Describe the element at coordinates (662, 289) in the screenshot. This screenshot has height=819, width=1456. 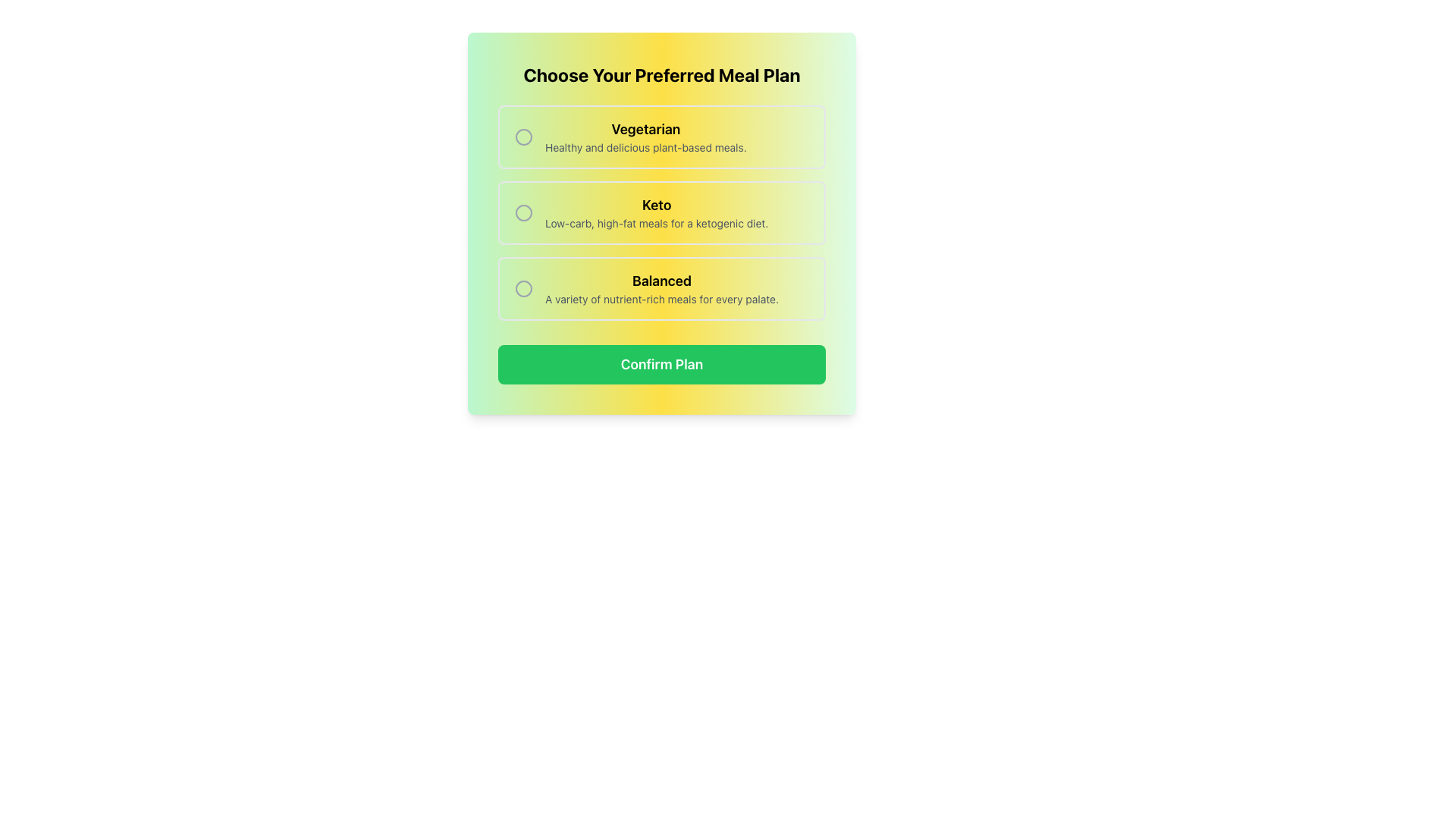
I see `descriptive text label for the 'Balanced' meal plan option, which provides information to assist users in their selection` at that location.